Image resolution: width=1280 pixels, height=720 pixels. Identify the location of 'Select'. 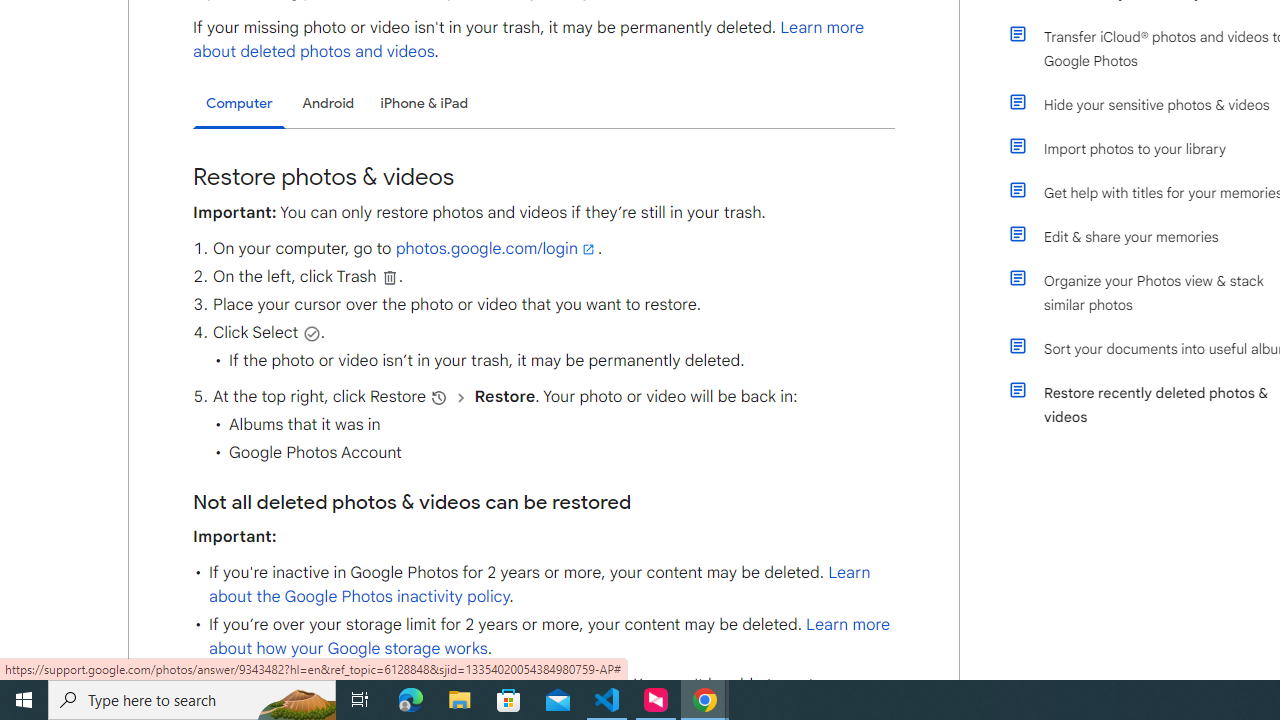
(310, 332).